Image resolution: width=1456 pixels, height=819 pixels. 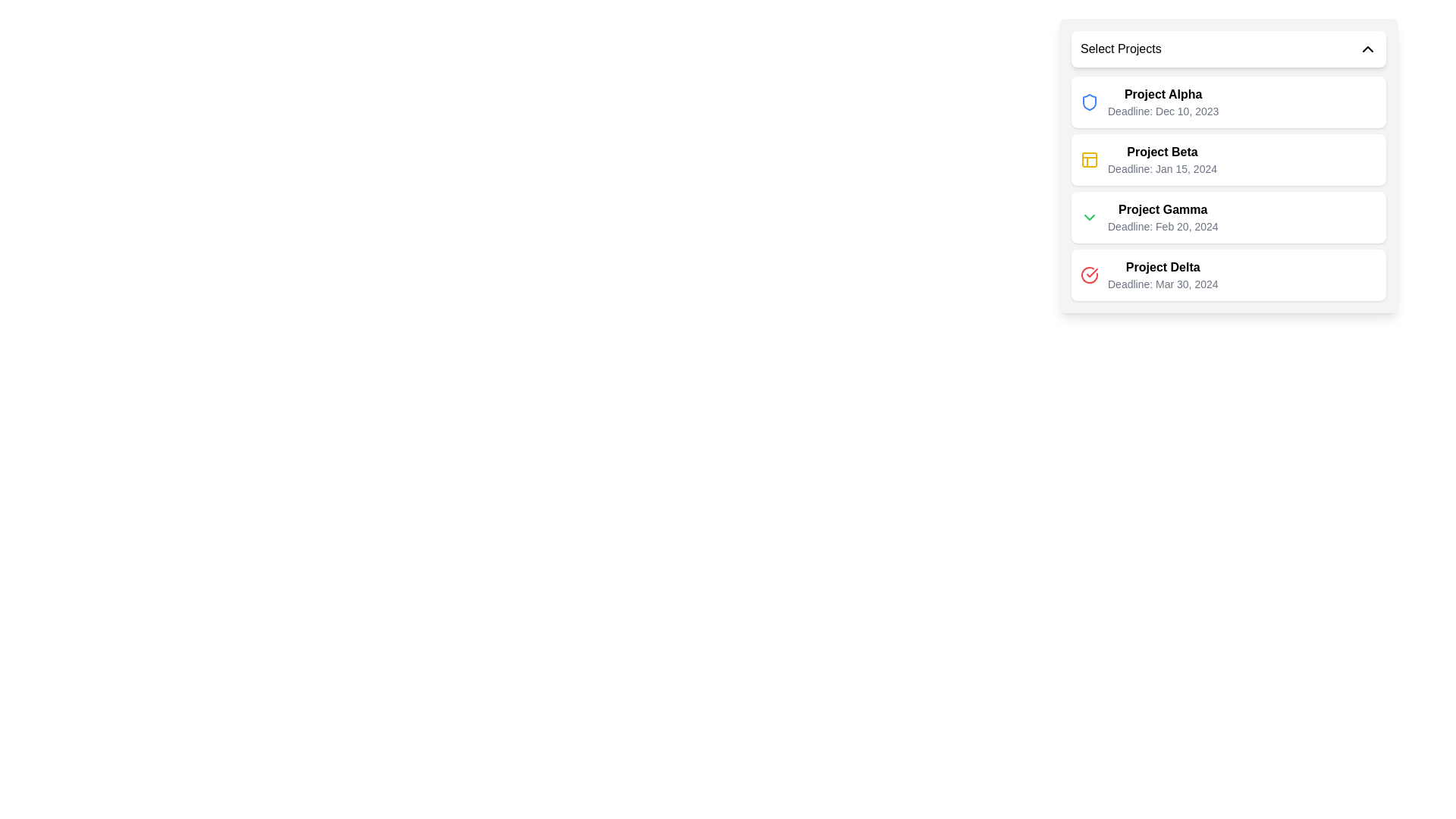 I want to click on the text label displaying 'Deadline: Mar 30, 2024', which is located beneath the header 'Project Delta' in the dropdown list, so click(x=1162, y=284).